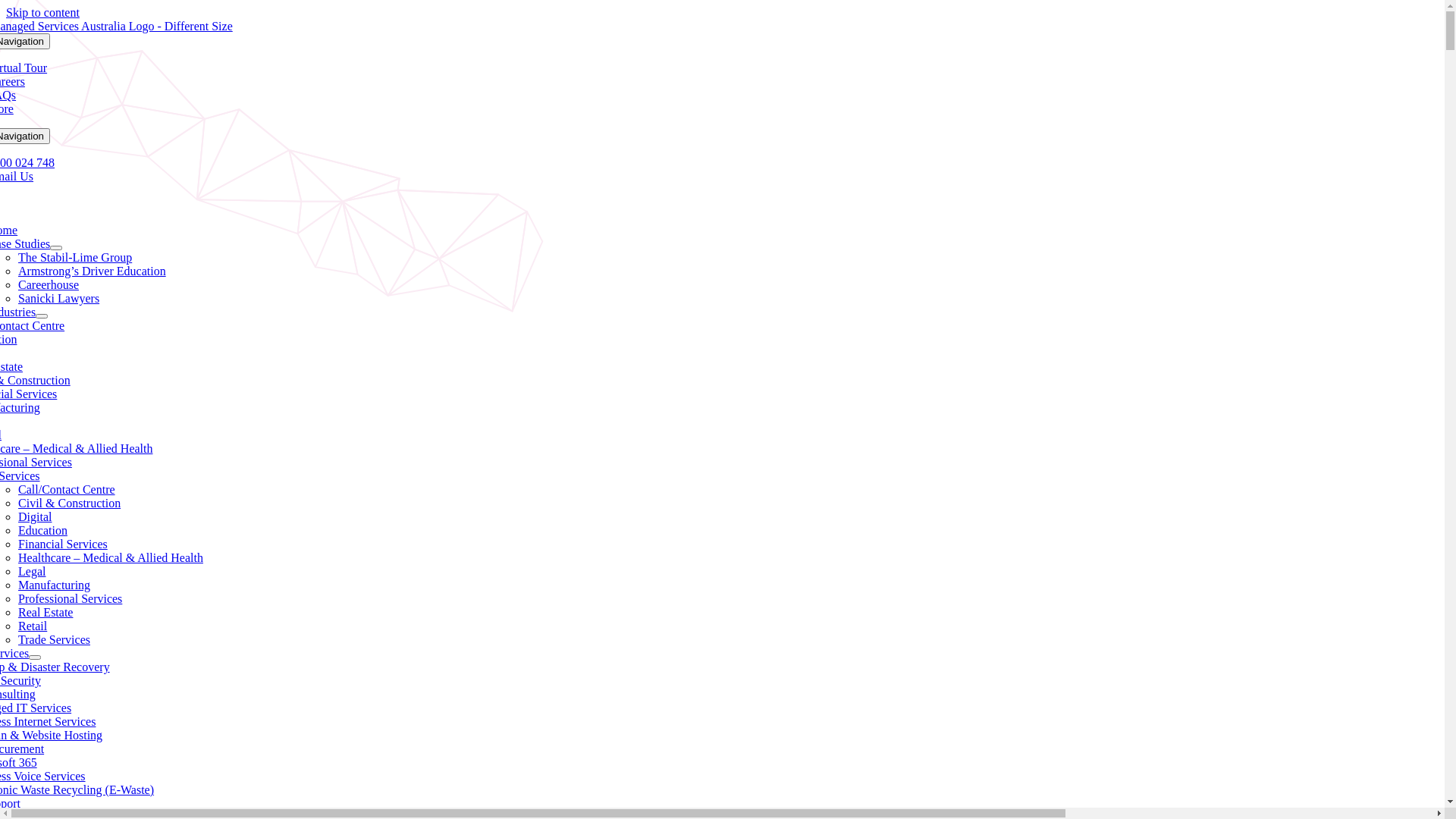  What do you see at coordinates (33, 626) in the screenshot?
I see `'Retail'` at bounding box center [33, 626].